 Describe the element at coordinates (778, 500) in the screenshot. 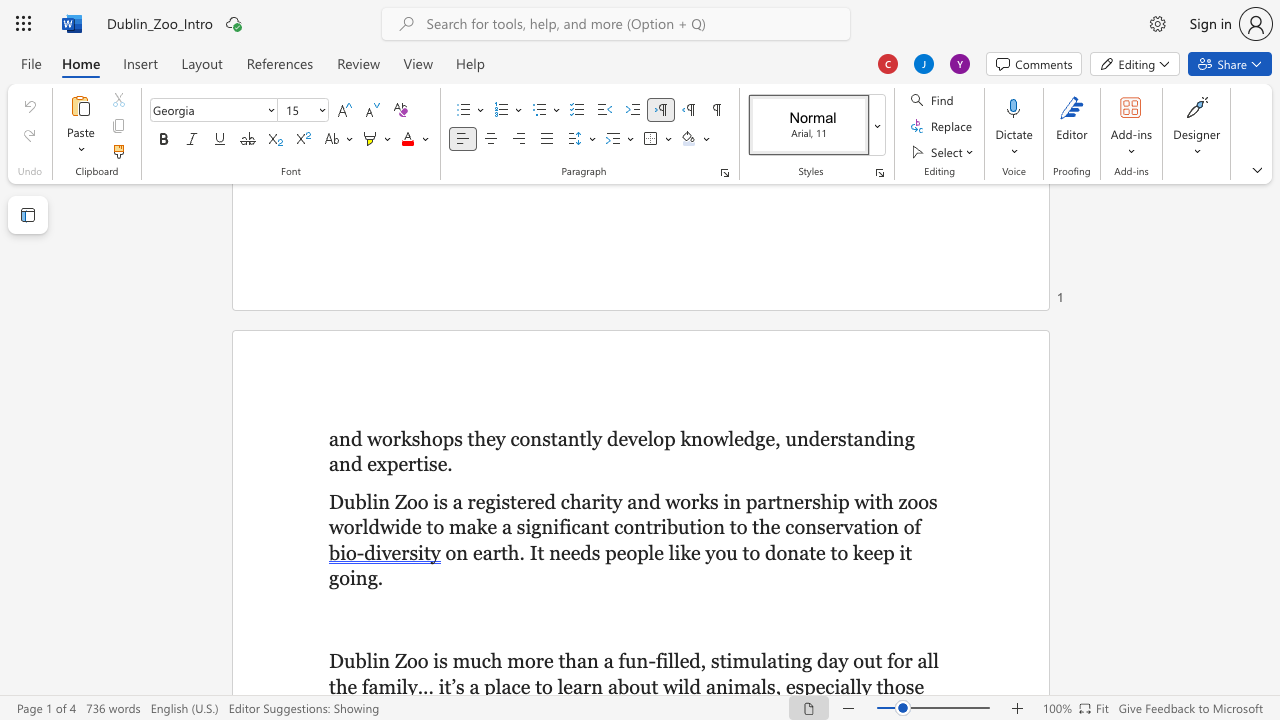

I see `the 3th character "t" in the text` at that location.